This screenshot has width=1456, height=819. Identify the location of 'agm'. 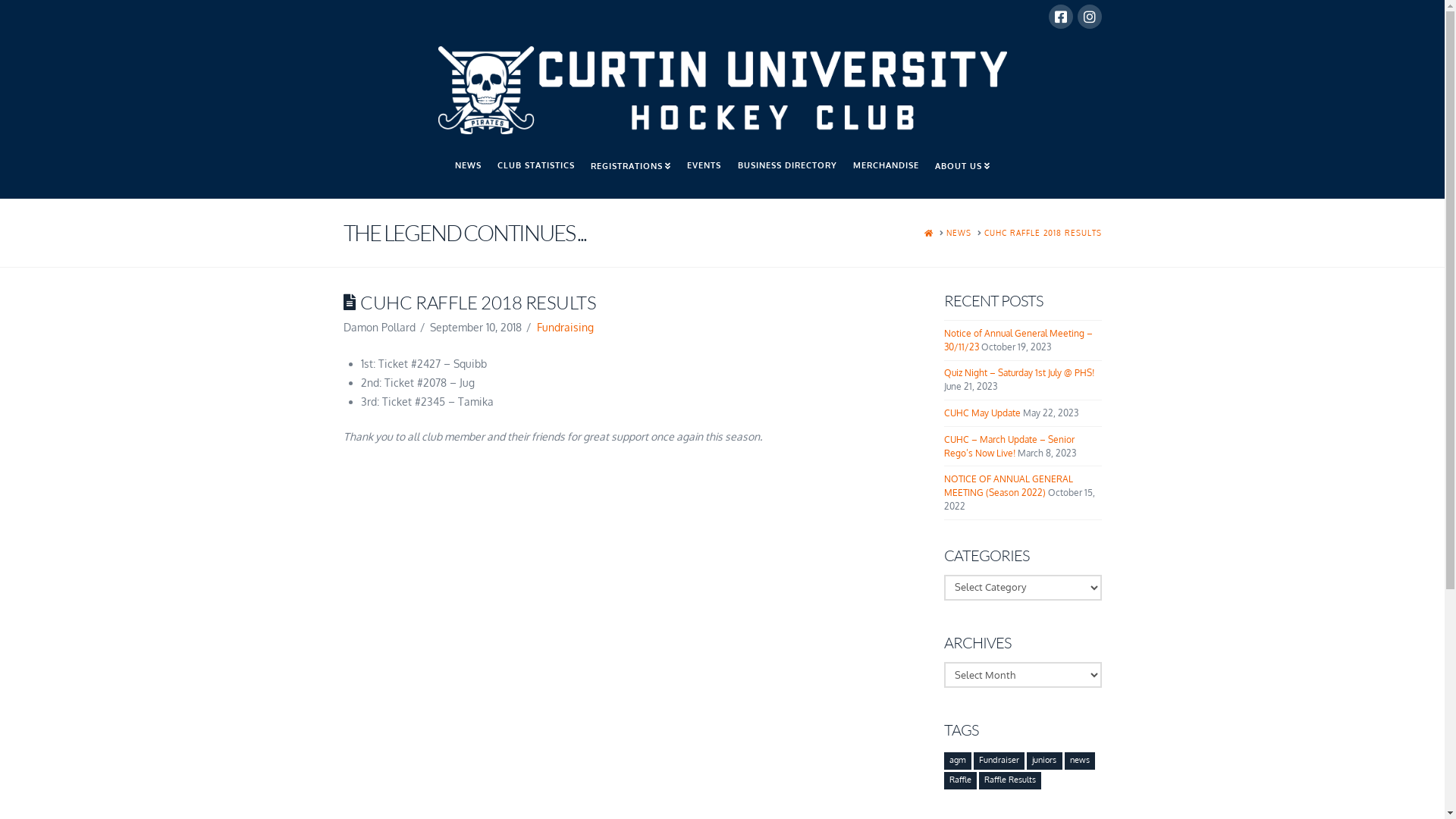
(956, 761).